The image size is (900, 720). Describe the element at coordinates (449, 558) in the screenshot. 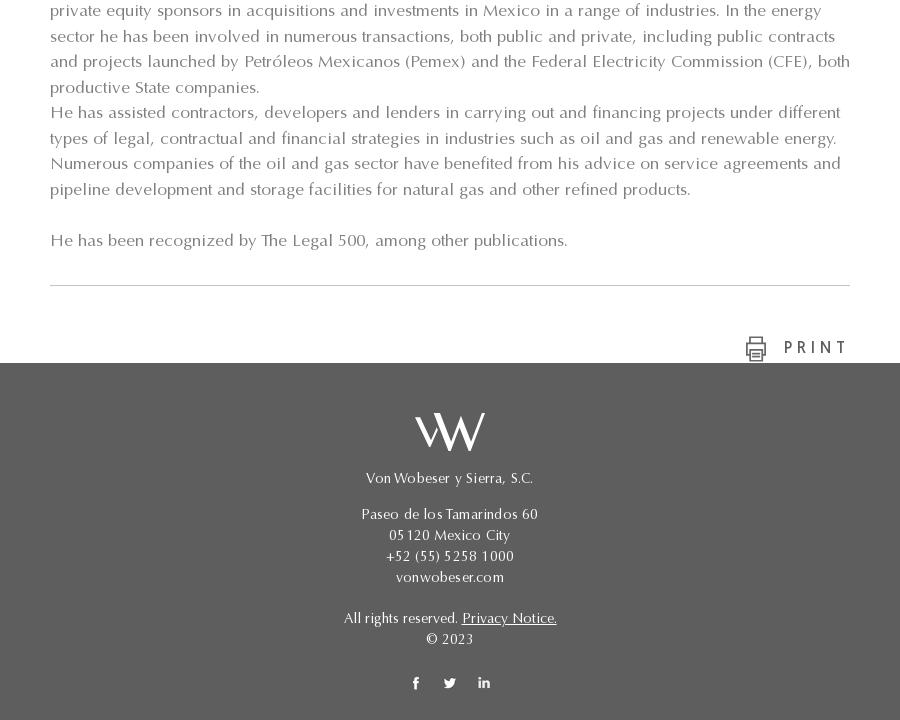

I see `'+52 (55) 5258 1000'` at that location.